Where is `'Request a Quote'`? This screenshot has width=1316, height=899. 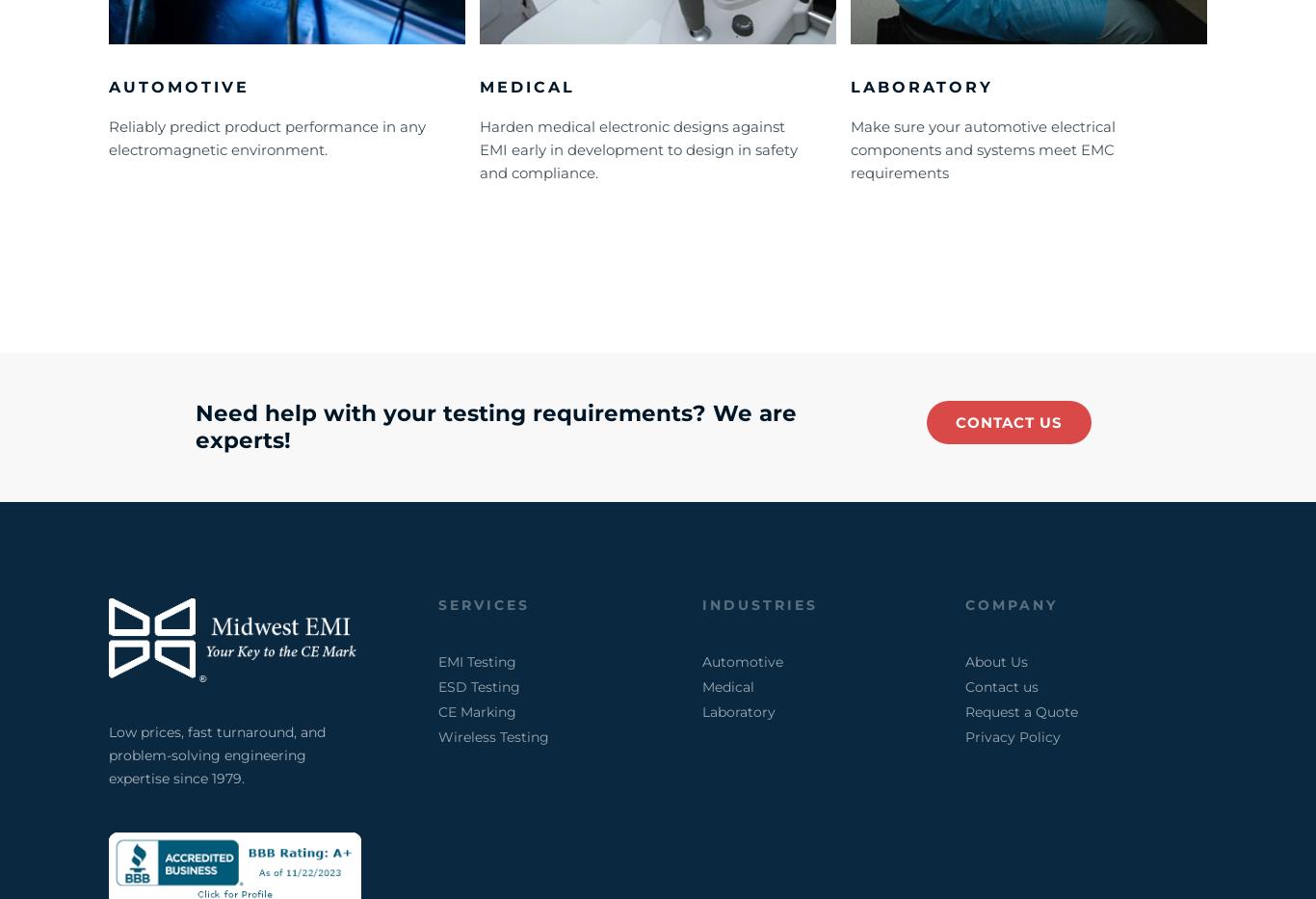
'Request a Quote' is located at coordinates (1020, 711).